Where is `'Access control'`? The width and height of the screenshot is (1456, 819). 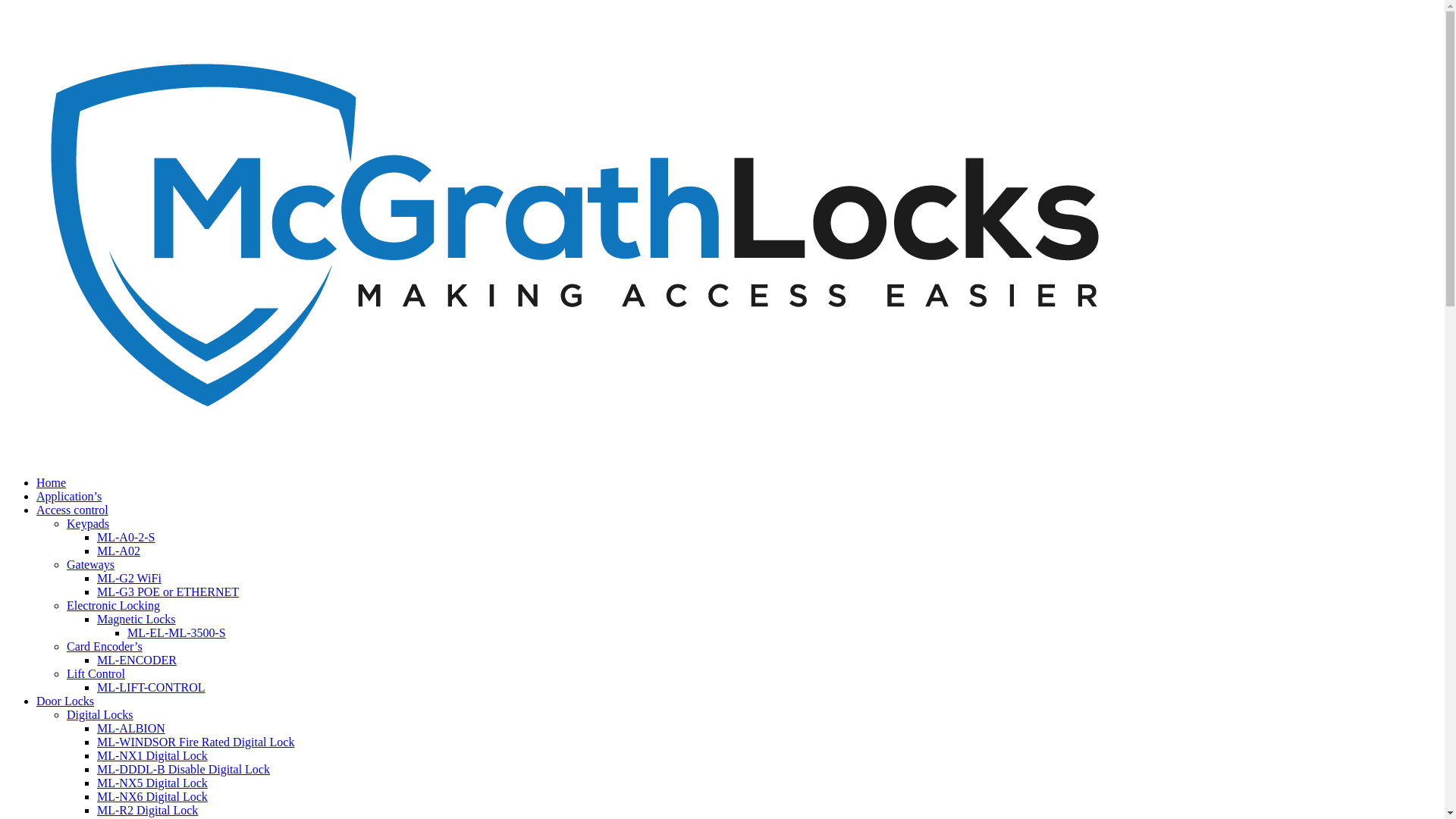
'Access control' is located at coordinates (71, 510).